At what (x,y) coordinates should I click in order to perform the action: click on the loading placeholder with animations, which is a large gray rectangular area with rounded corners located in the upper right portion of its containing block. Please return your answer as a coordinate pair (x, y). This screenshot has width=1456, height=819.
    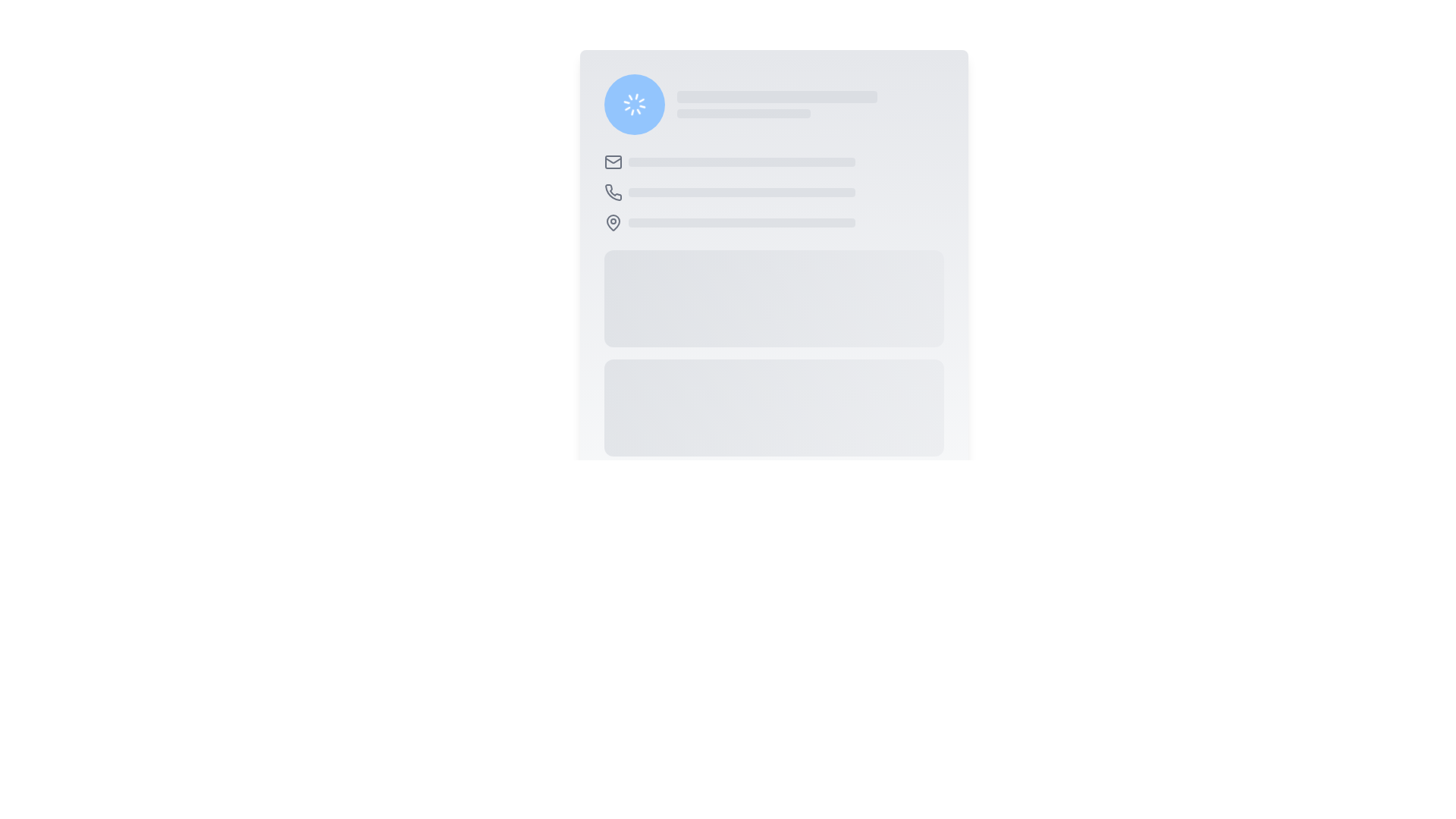
    Looking at the image, I should click on (809, 104).